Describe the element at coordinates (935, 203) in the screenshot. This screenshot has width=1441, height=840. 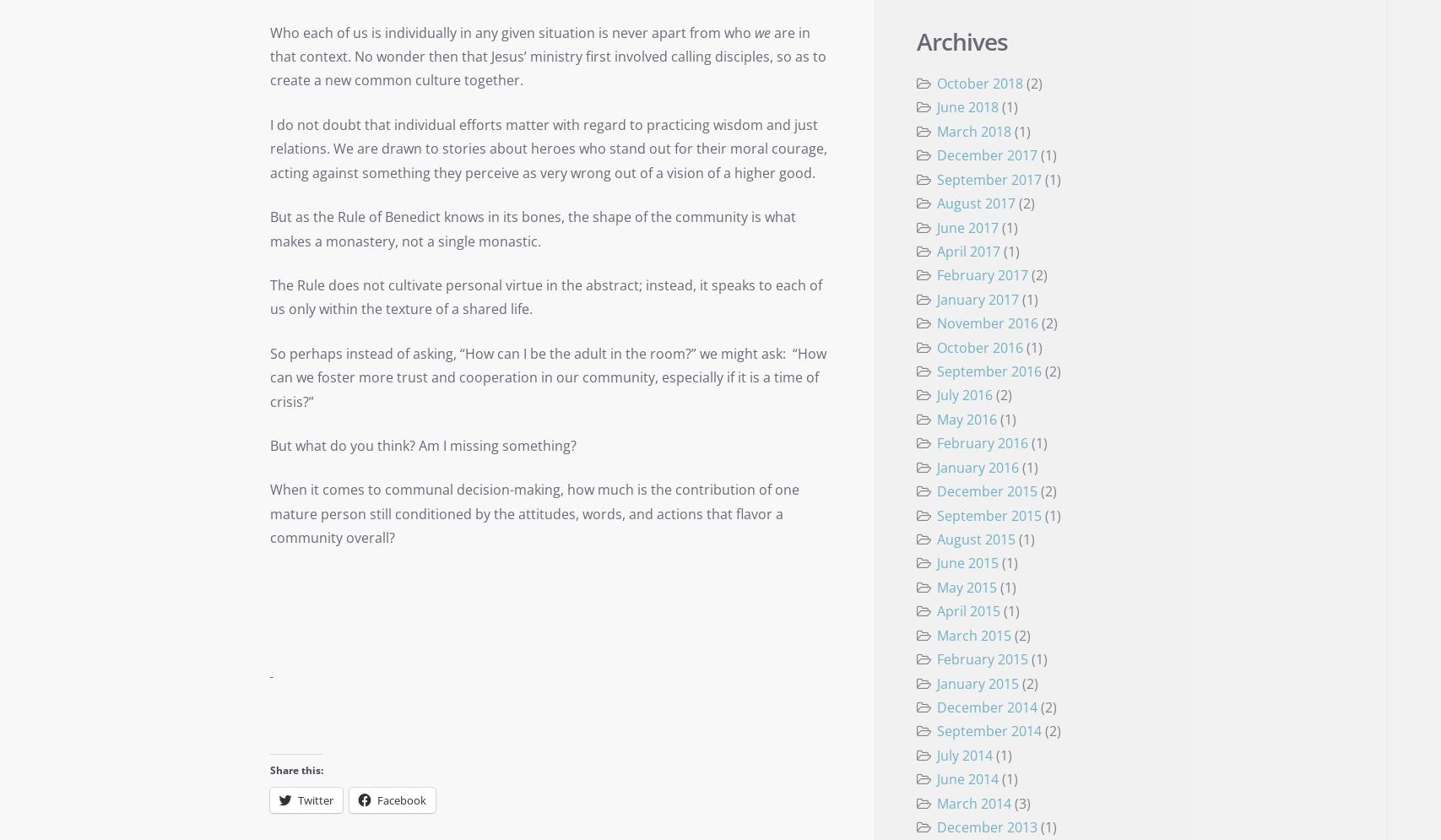
I see `'August 2017'` at that location.